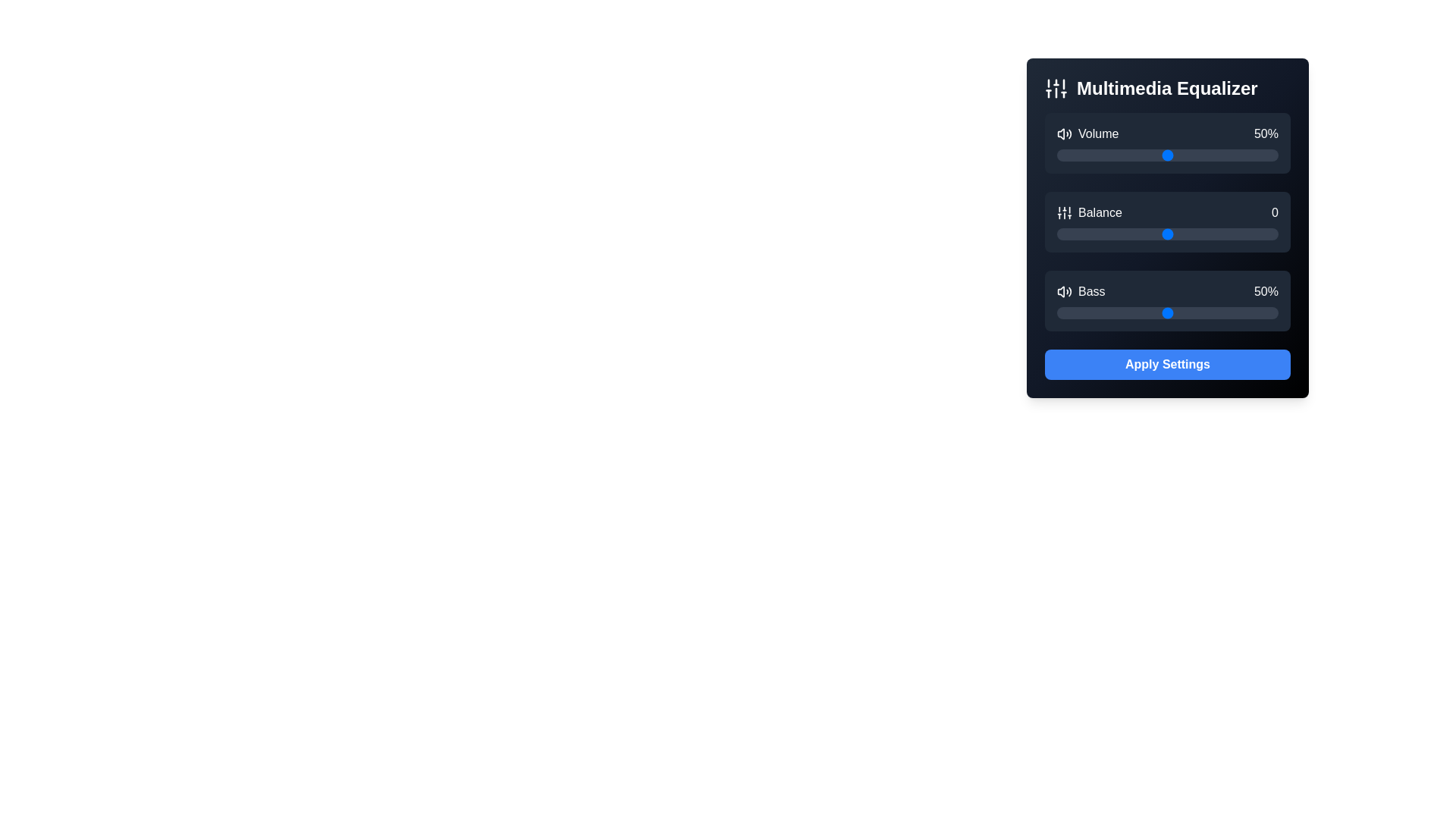  I want to click on the balance, so click(1256, 234).